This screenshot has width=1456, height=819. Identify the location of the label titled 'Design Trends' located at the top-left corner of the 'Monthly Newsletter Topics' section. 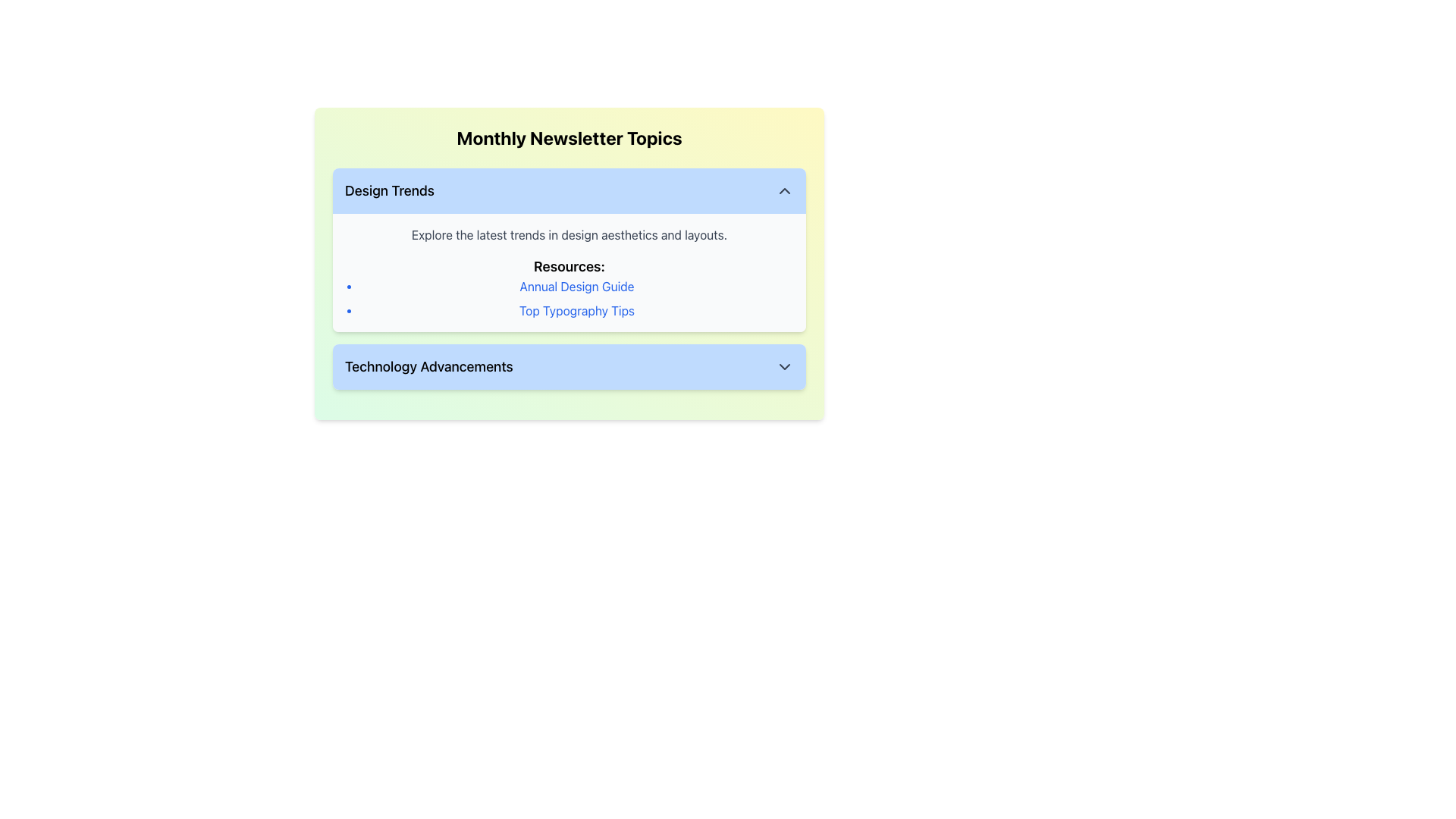
(389, 190).